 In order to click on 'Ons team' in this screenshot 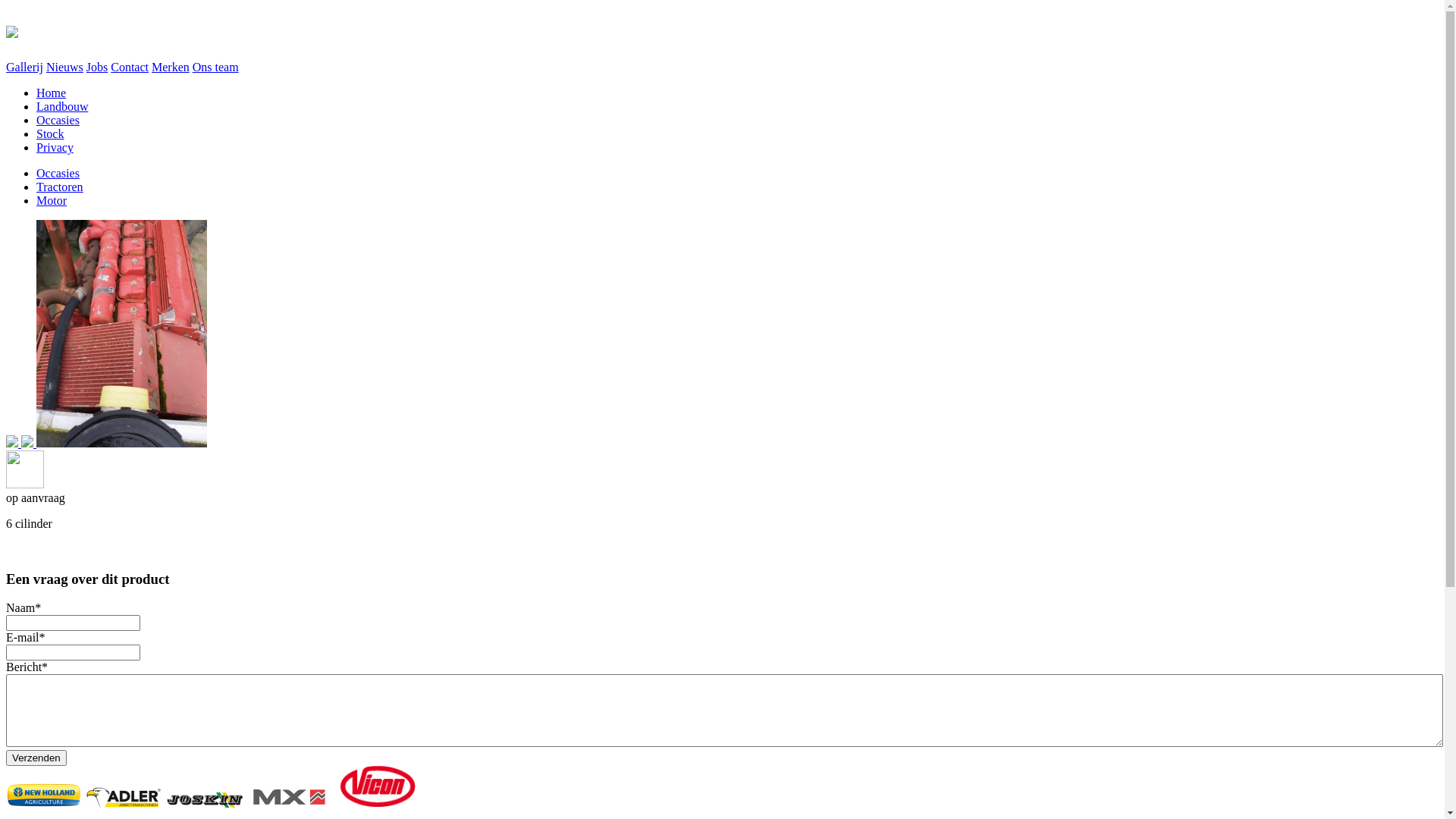, I will do `click(215, 66)`.